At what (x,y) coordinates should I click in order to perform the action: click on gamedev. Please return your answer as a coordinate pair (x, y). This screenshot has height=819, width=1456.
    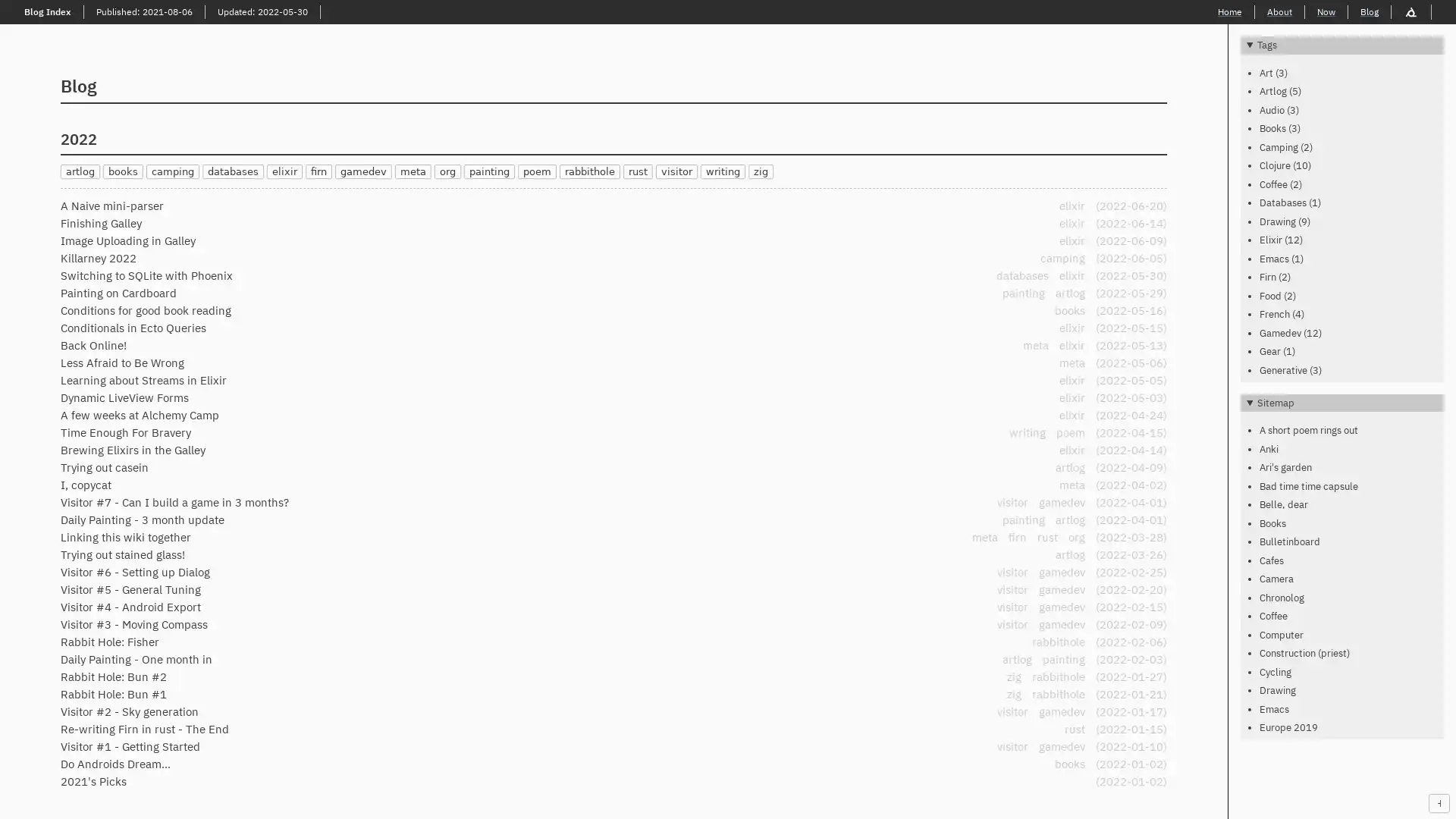
    Looking at the image, I should click on (362, 171).